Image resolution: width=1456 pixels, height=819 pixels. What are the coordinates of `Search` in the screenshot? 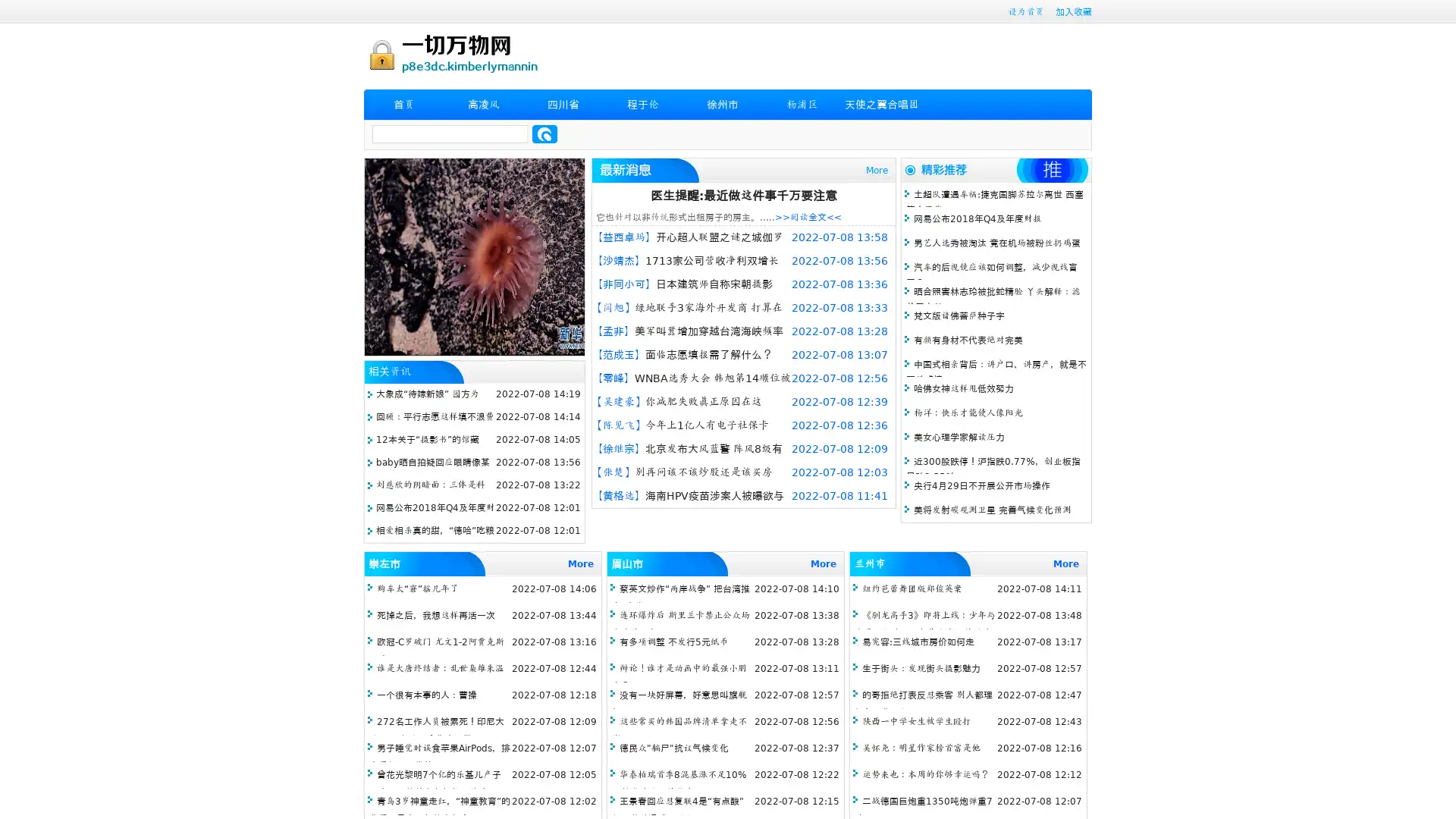 It's located at (544, 133).